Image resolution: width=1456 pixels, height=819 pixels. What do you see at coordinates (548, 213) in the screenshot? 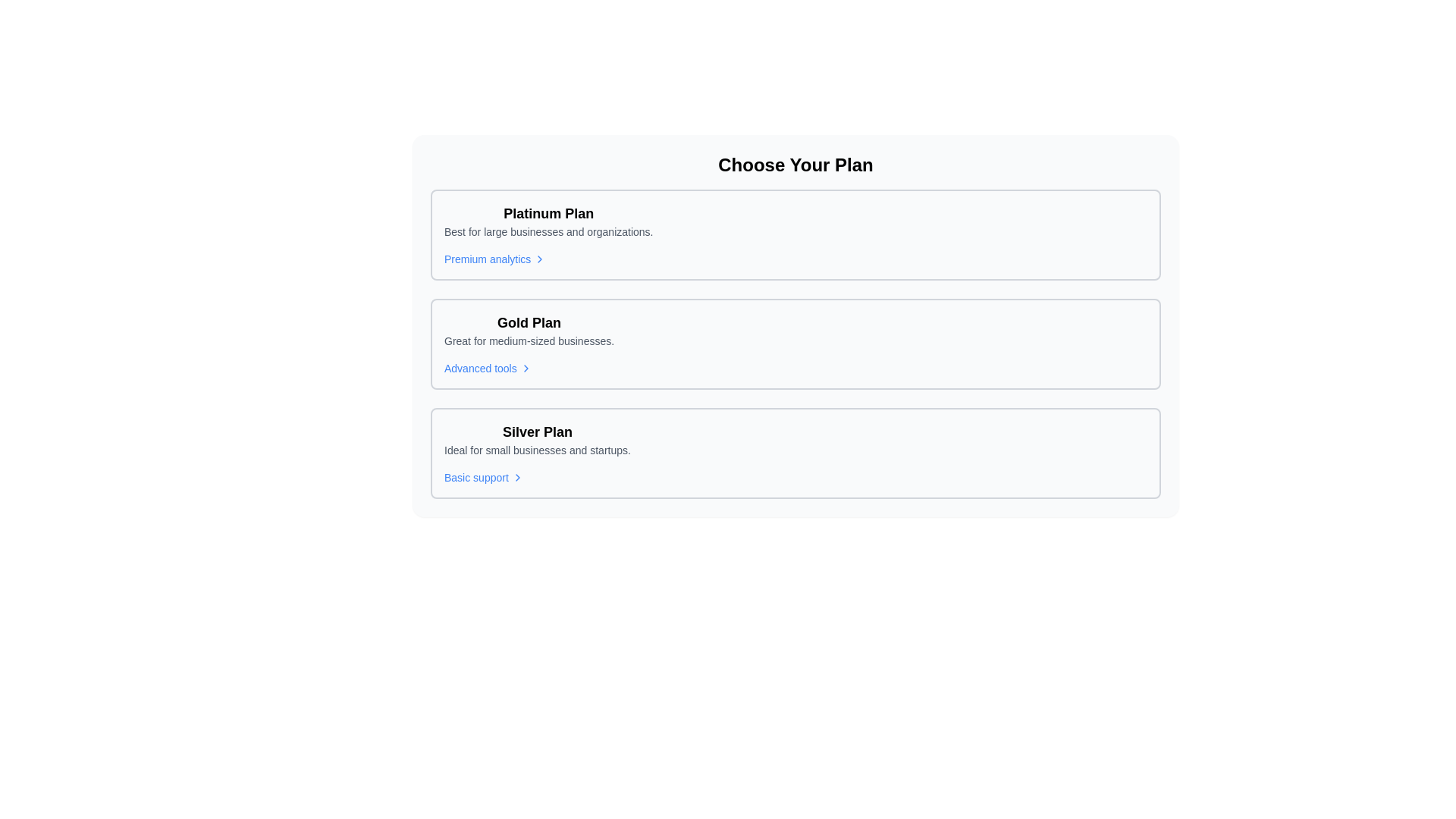
I see `the text label that serves as the title for the Platinum Plan subscription option, located in the top-left corner of the box outlining the Platinum Plan` at bounding box center [548, 213].